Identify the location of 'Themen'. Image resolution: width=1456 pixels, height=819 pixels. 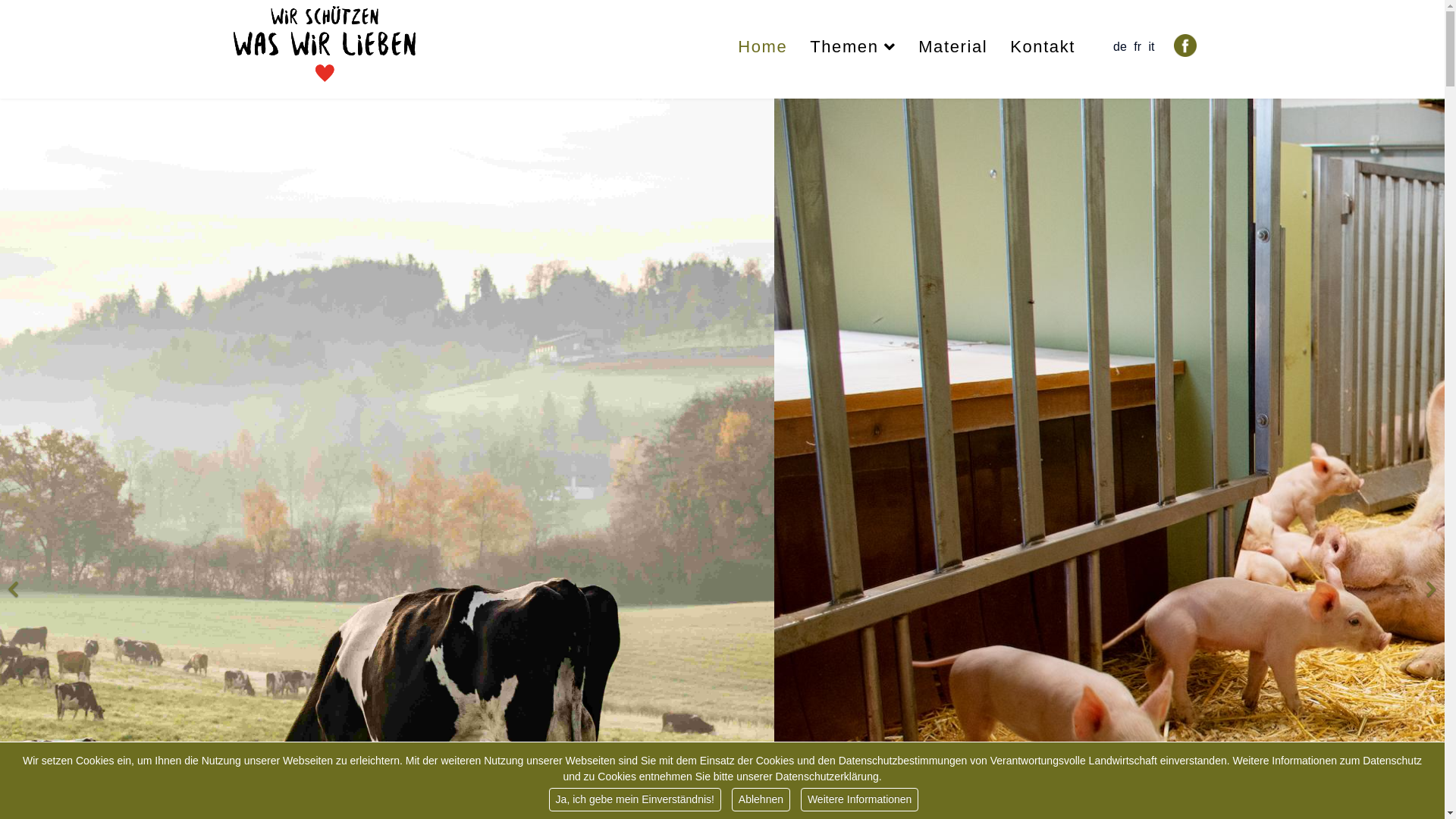
(797, 45).